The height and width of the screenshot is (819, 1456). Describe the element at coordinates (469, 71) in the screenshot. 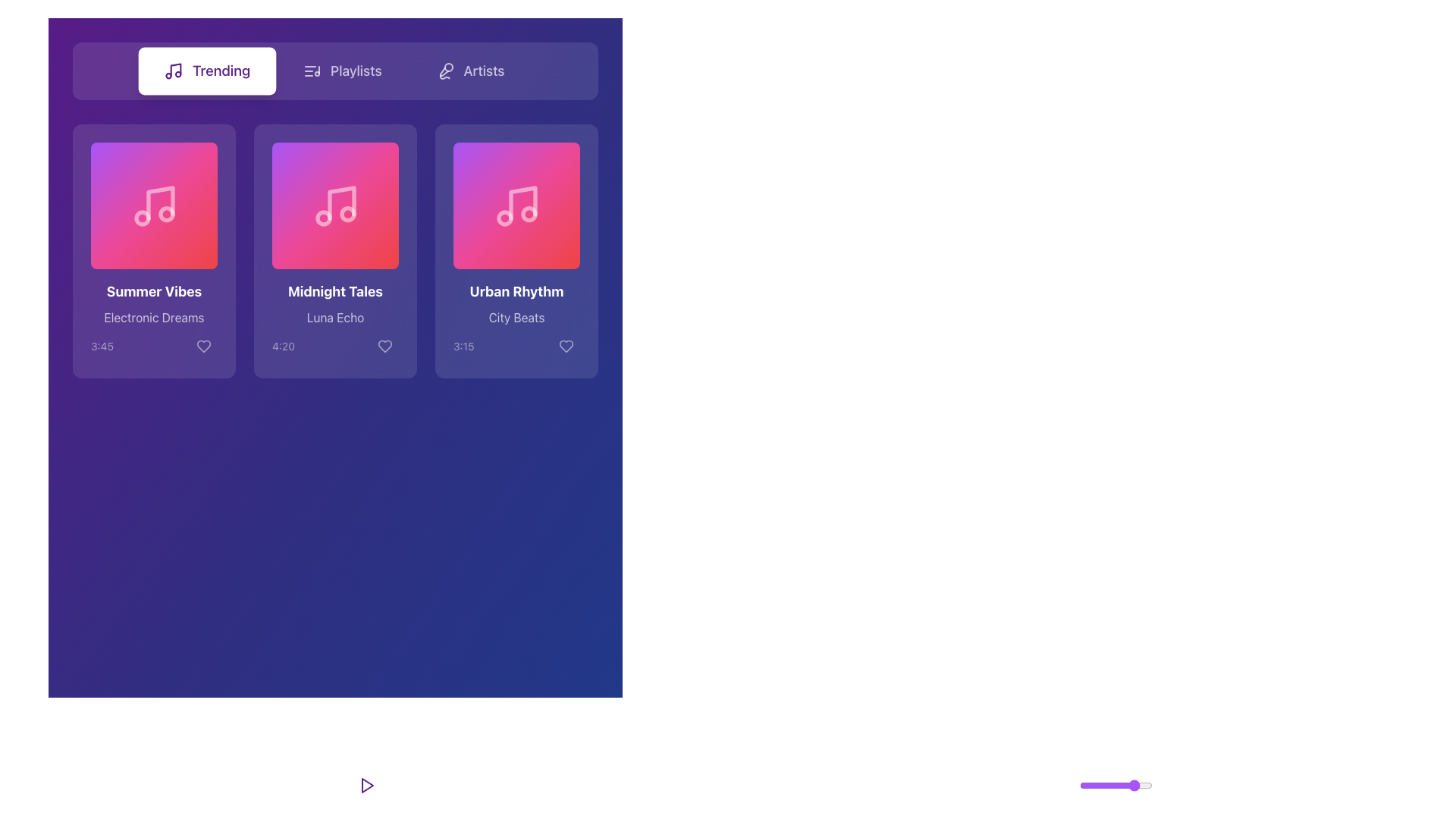

I see `the 'Artists' button located in the horizontal navigation bar` at that location.